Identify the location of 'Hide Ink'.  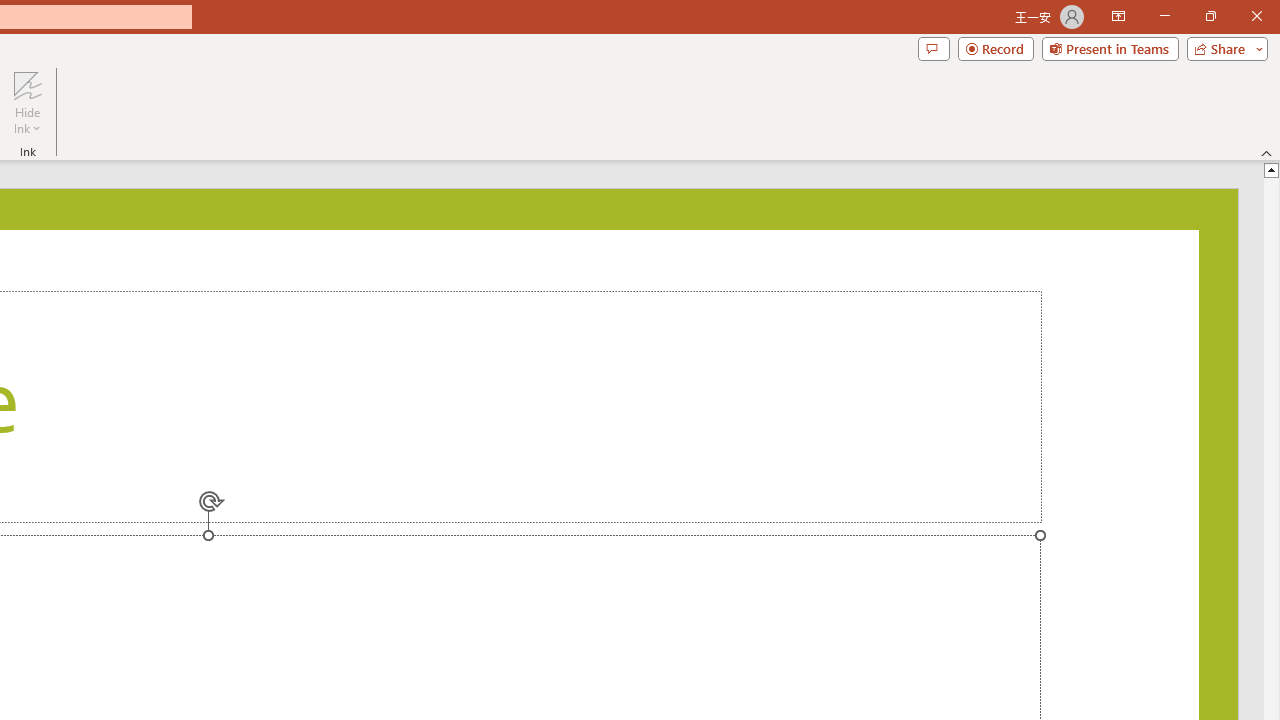
(27, 84).